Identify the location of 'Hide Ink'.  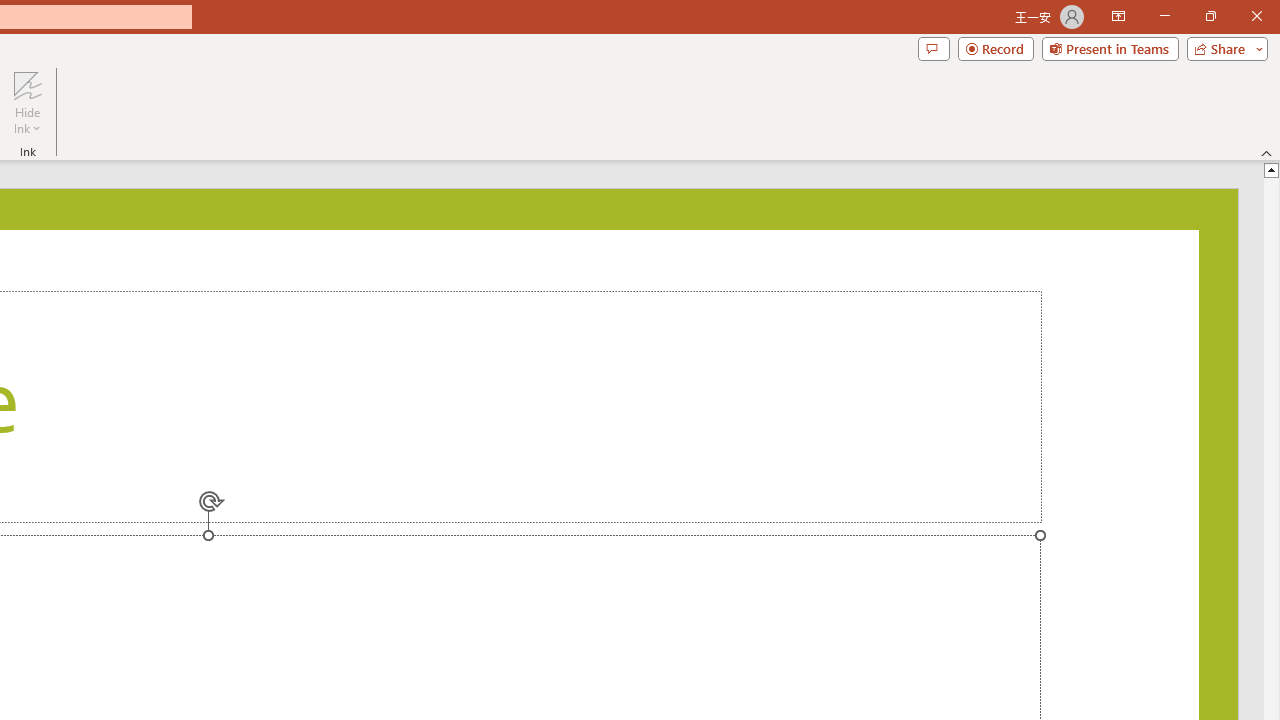
(27, 84).